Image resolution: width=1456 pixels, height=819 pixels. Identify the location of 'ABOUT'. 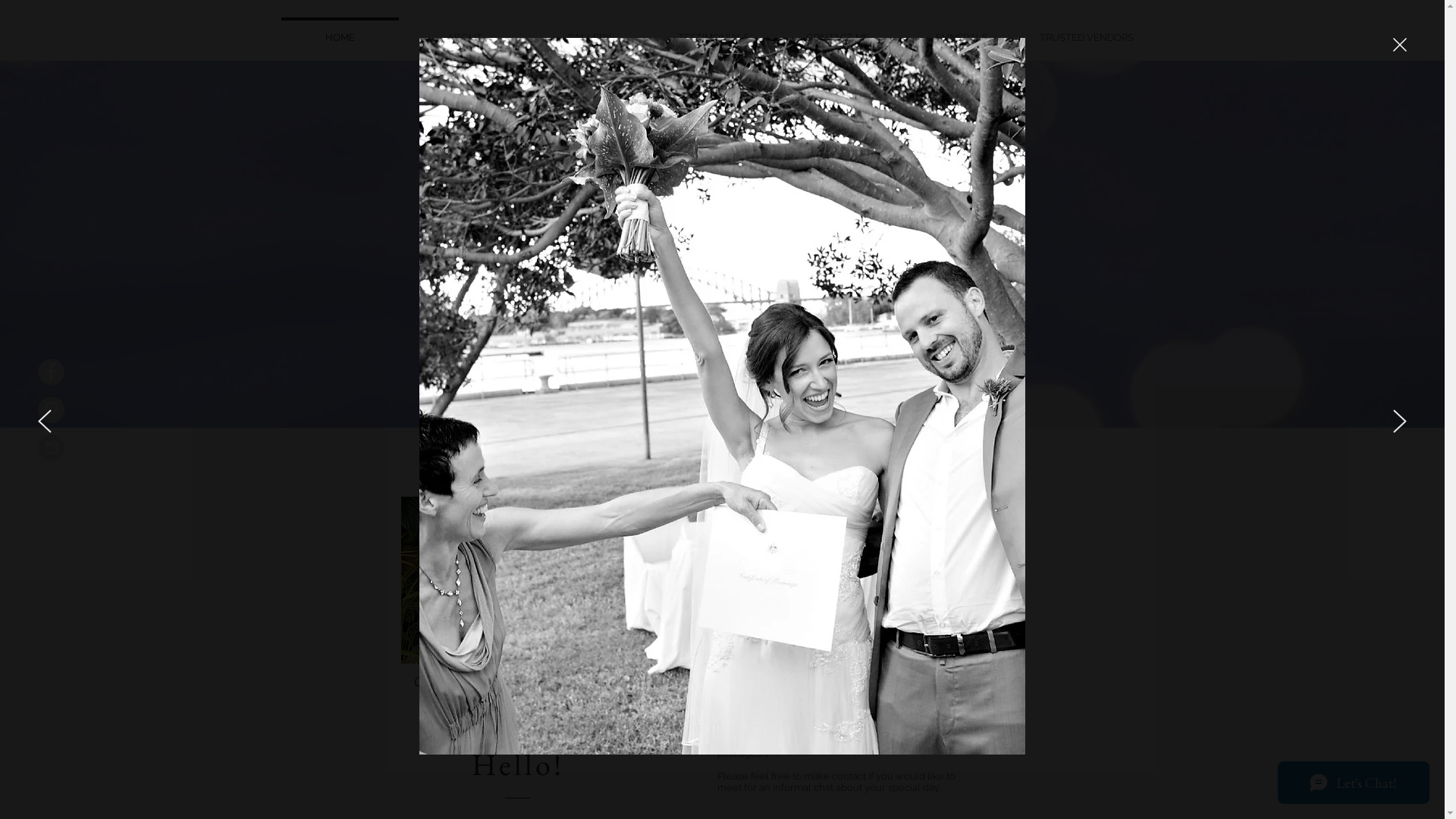
(463, 30).